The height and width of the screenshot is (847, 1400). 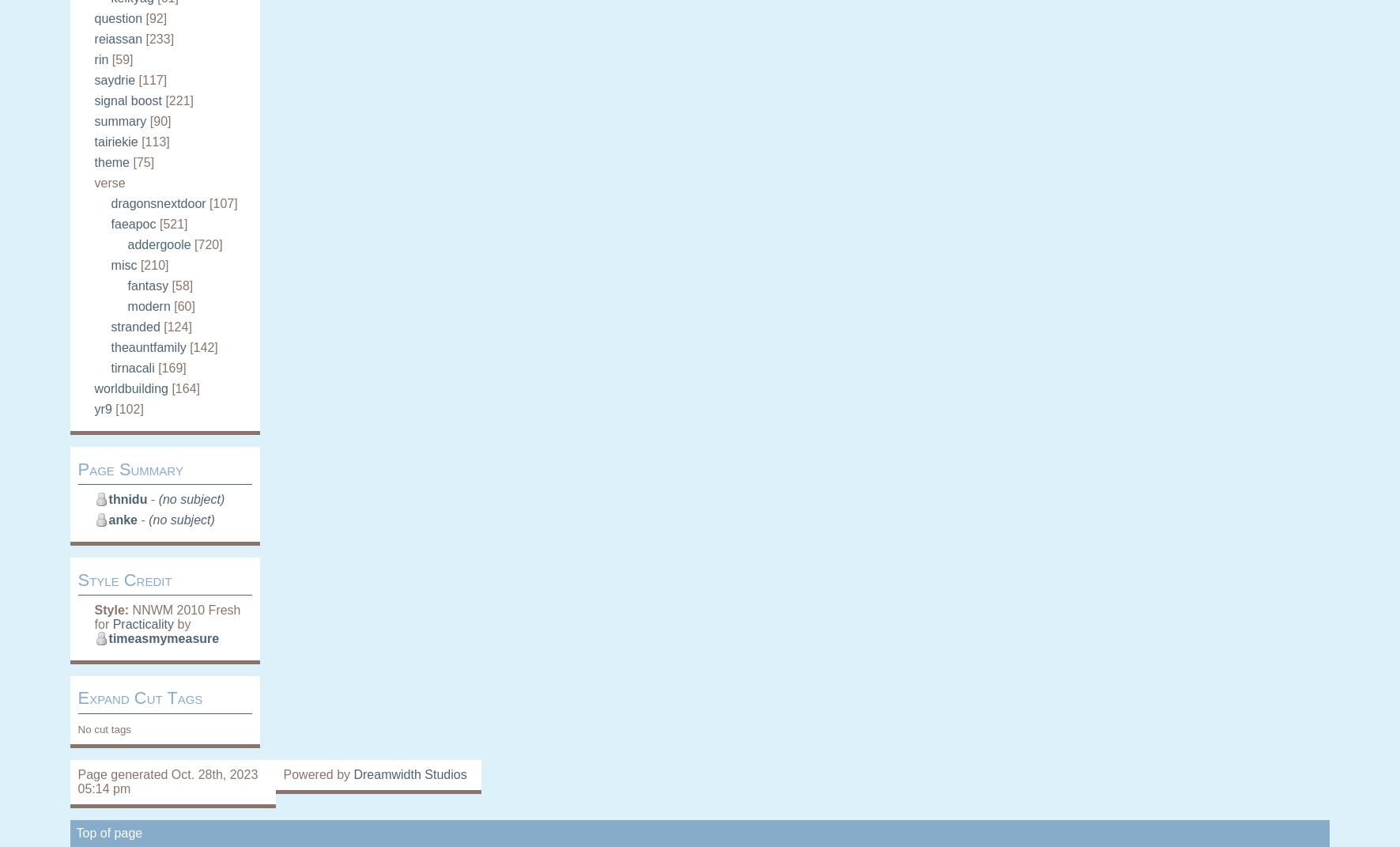 I want to click on 'saydrie', so click(x=115, y=80).